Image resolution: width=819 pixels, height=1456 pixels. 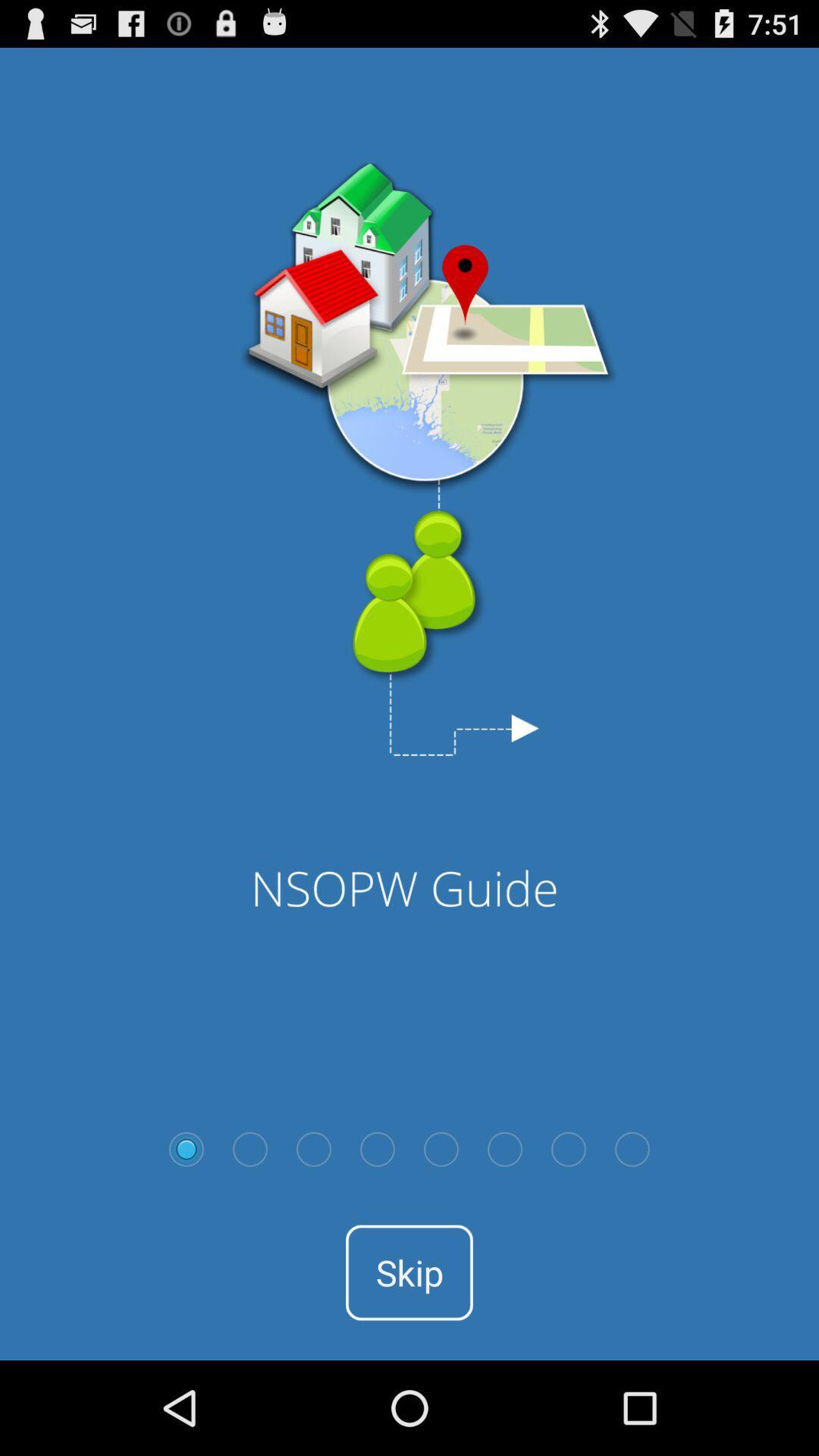 What do you see at coordinates (376, 1149) in the screenshot?
I see `hide` at bounding box center [376, 1149].